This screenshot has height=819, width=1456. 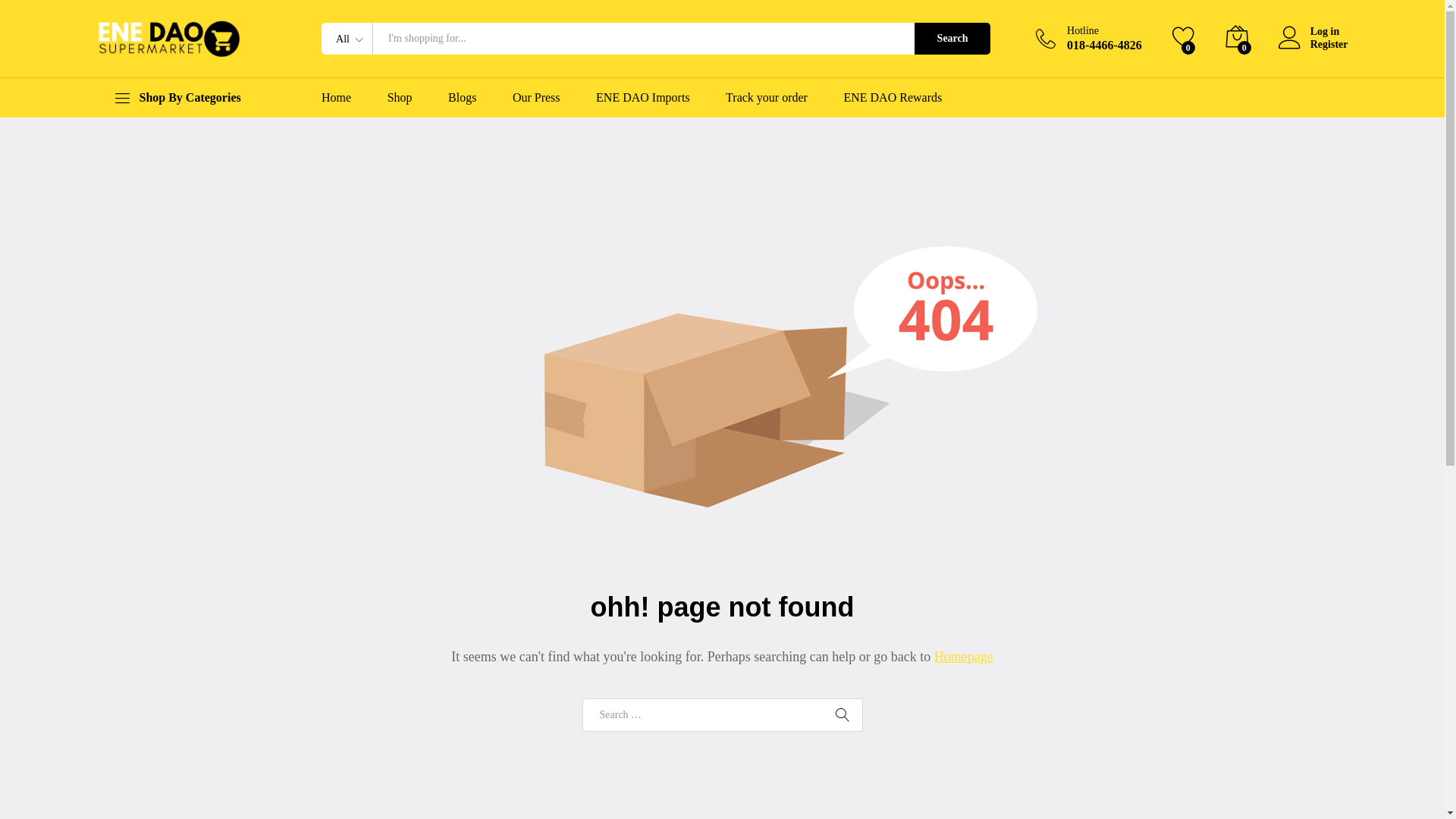 What do you see at coordinates (892, 97) in the screenshot?
I see `'ENE DAO Rewards'` at bounding box center [892, 97].